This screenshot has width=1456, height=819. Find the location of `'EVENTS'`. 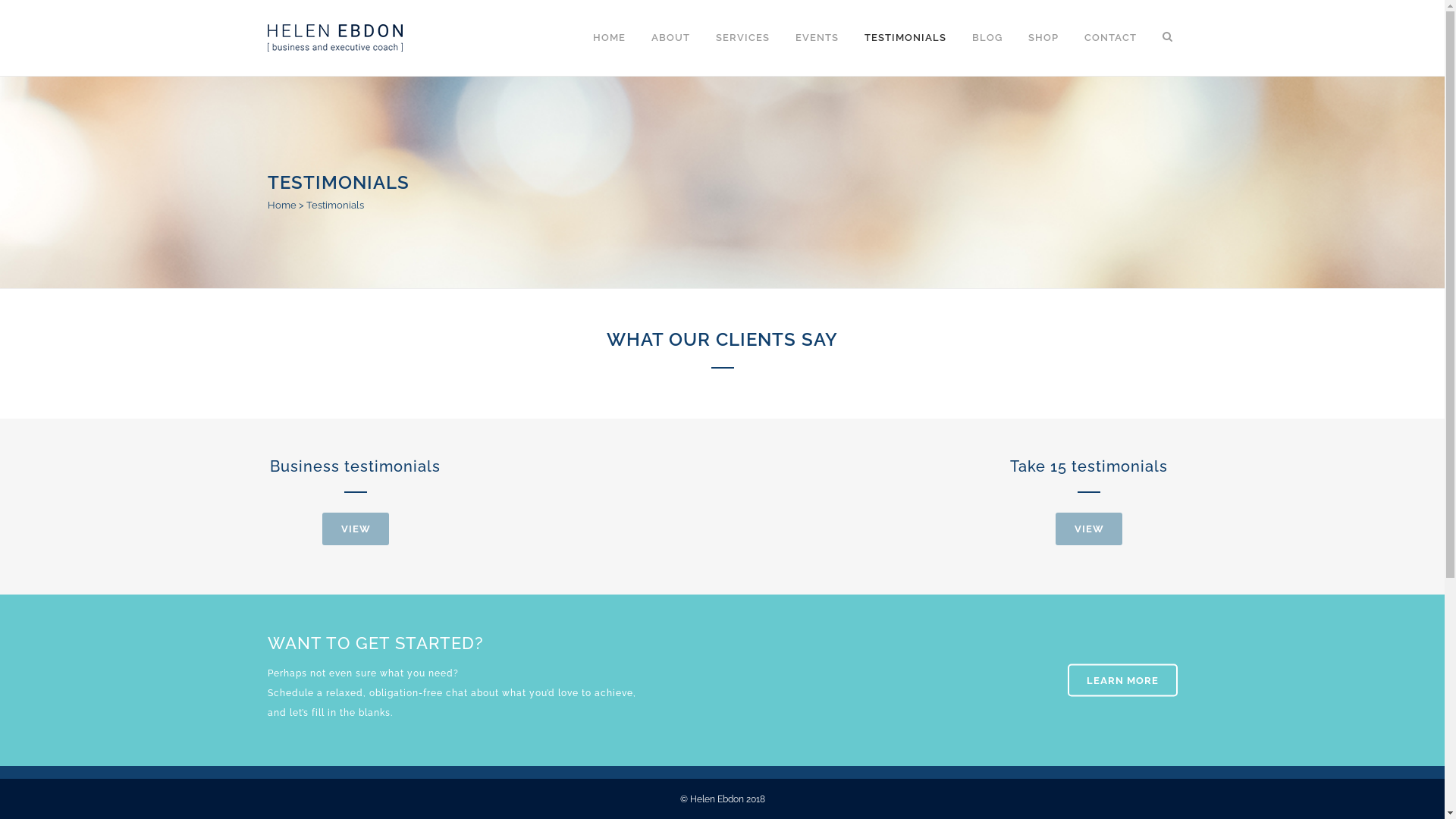

'EVENTS' is located at coordinates (816, 37).